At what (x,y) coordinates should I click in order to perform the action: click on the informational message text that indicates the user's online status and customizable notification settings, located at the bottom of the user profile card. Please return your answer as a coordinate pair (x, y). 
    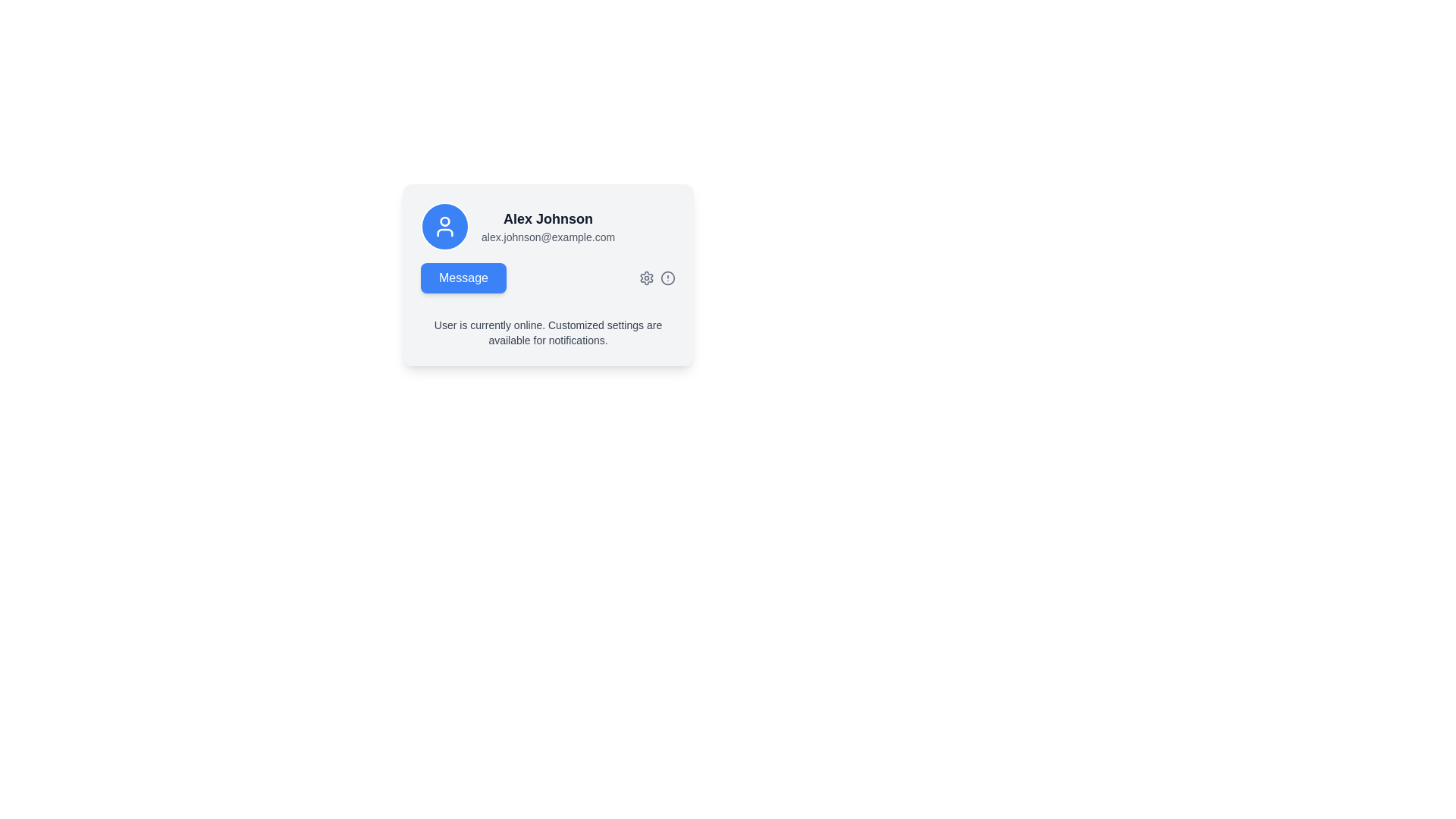
    Looking at the image, I should click on (548, 332).